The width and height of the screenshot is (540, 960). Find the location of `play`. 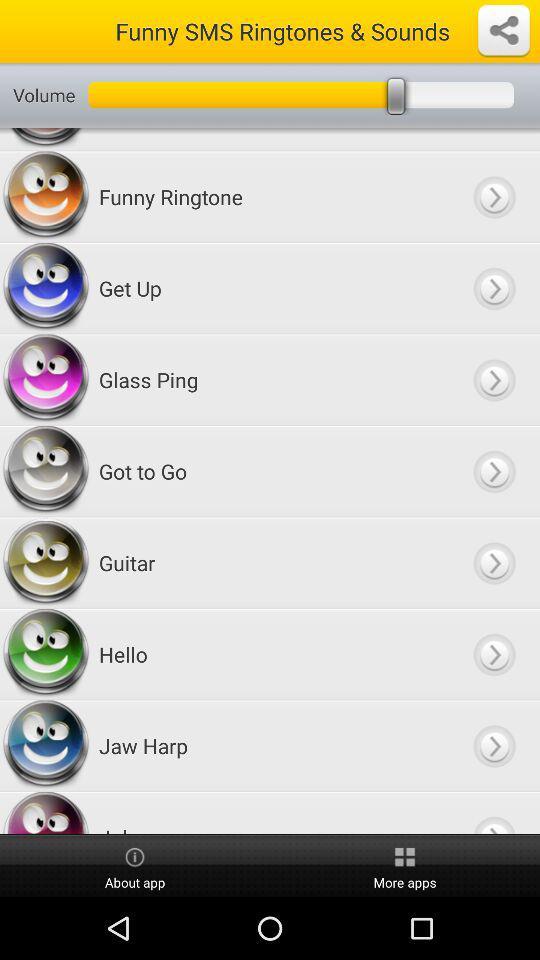

play is located at coordinates (493, 287).